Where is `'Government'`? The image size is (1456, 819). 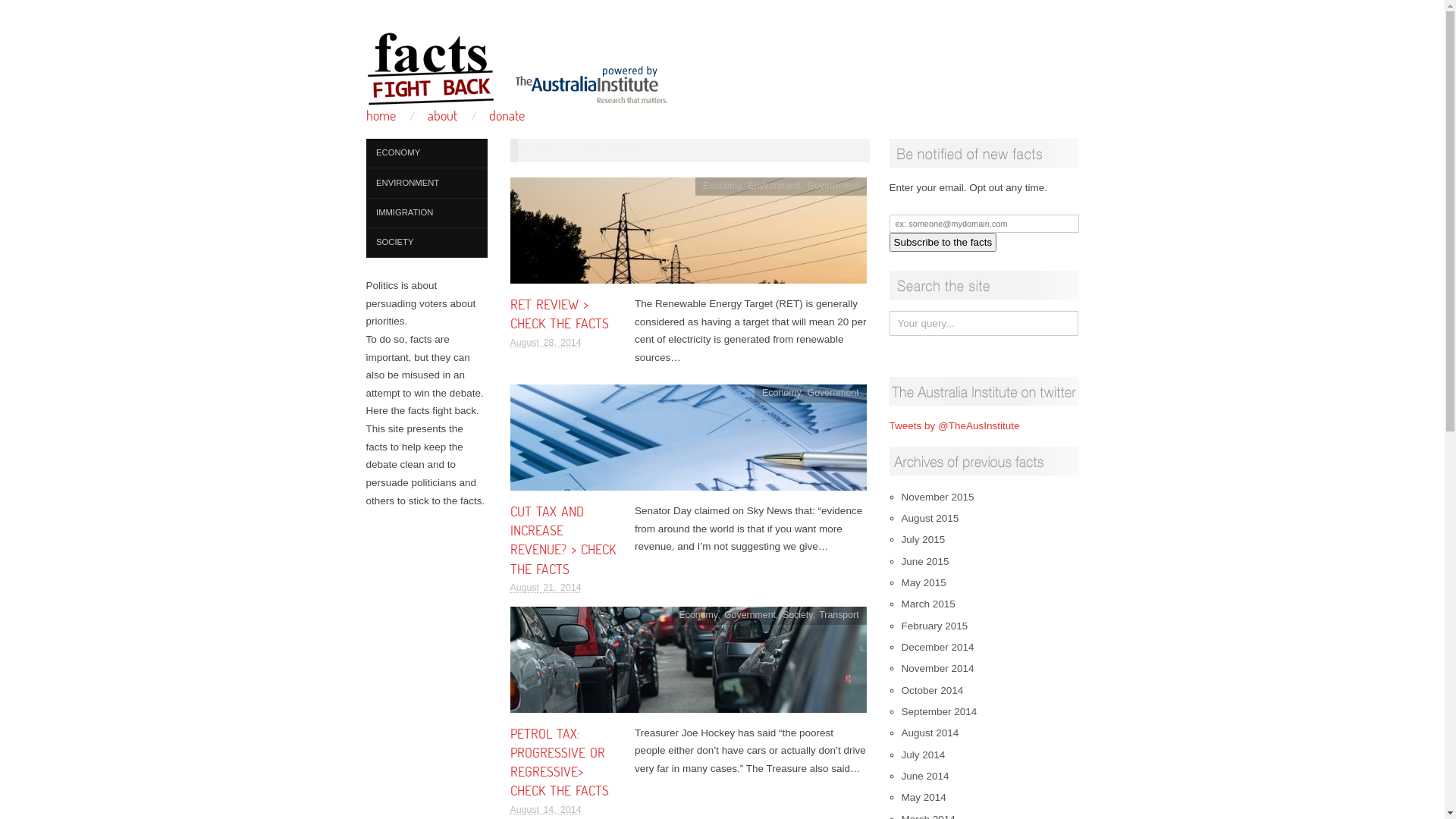
'Government' is located at coordinates (833, 185).